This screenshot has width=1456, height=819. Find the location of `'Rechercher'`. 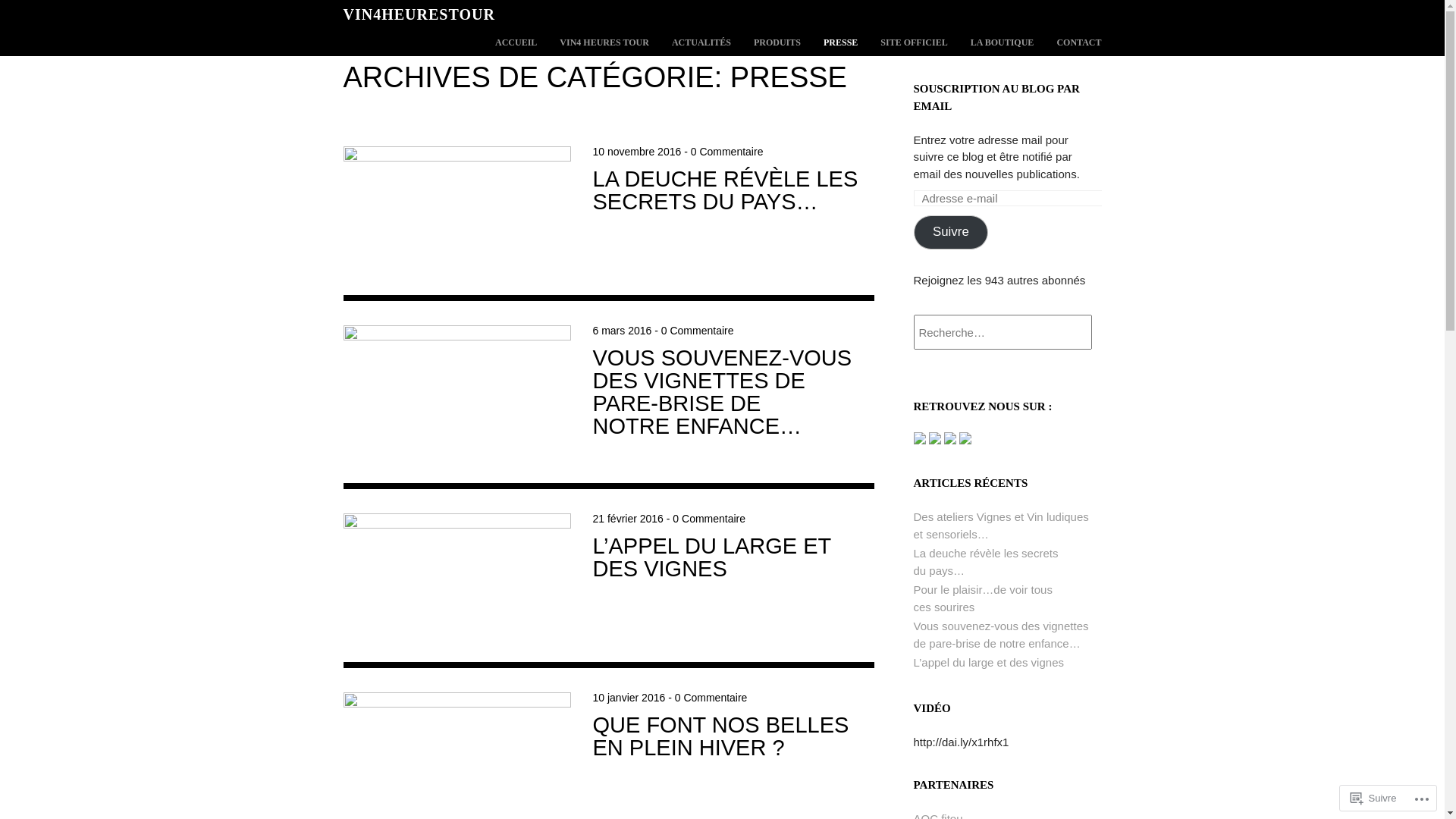

'Rechercher' is located at coordinates (57, 9).